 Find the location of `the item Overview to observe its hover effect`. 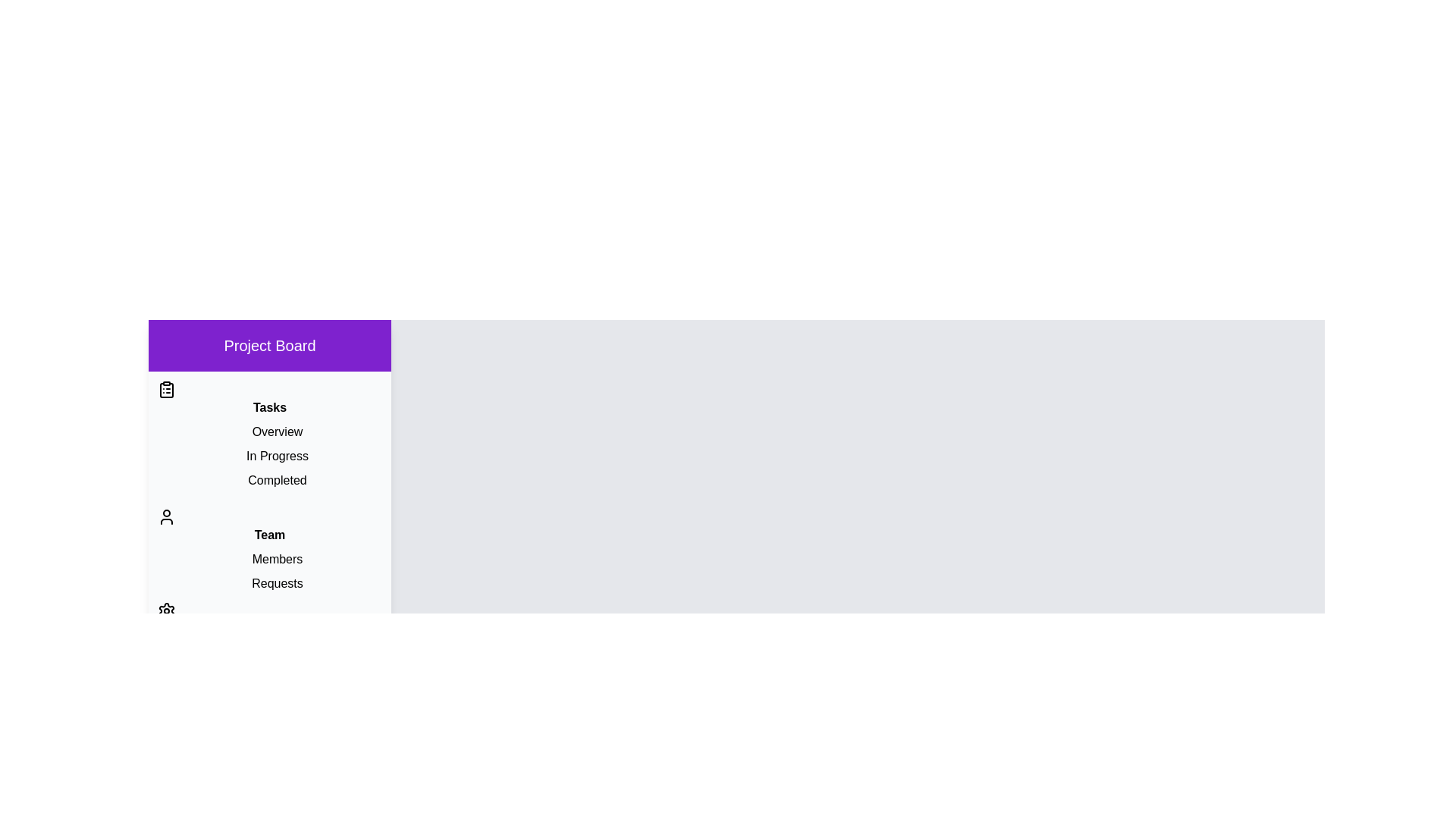

the item Overview to observe its hover effect is located at coordinates (269, 432).